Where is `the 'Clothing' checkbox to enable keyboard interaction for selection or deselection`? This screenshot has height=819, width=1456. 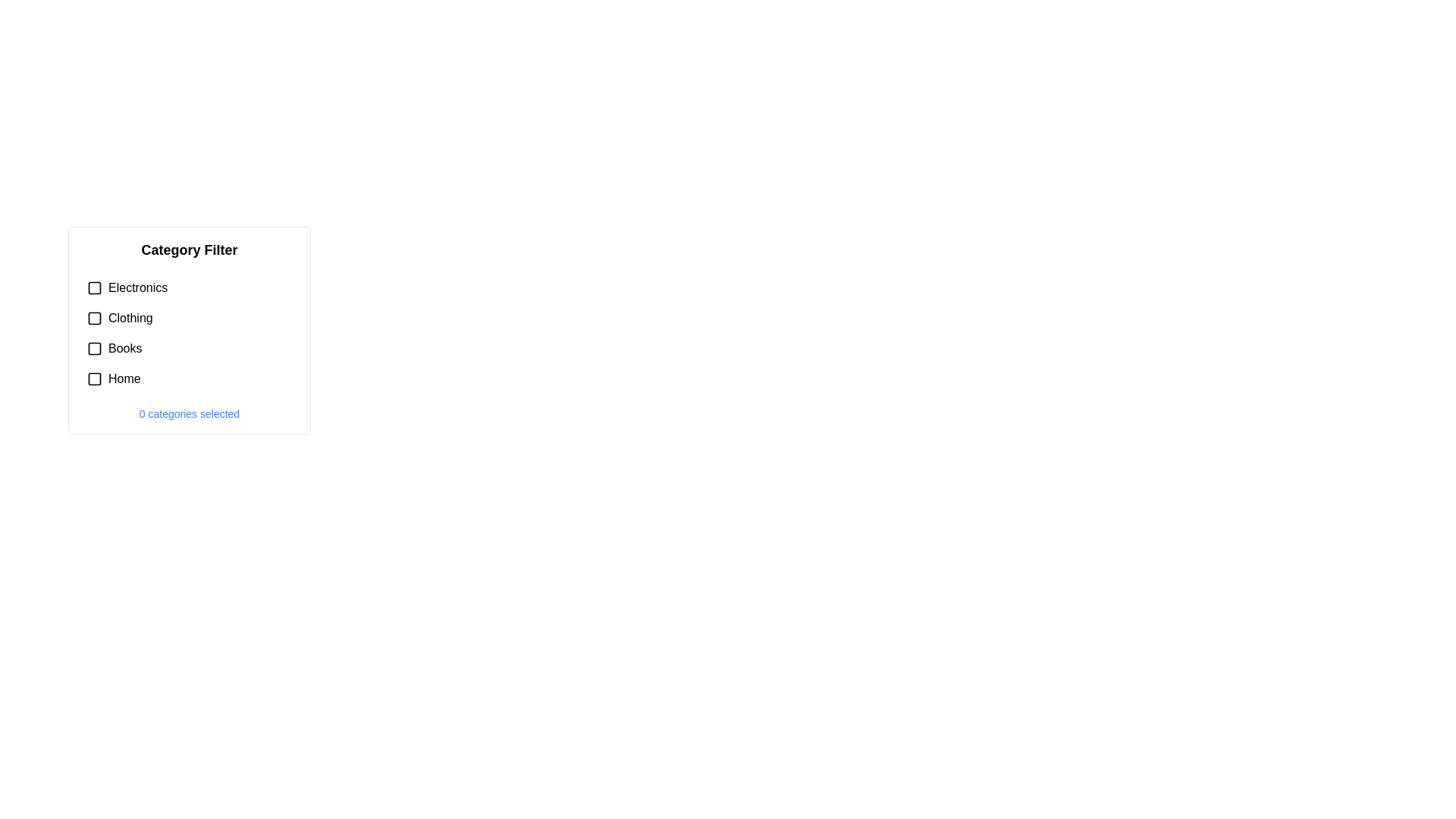 the 'Clothing' checkbox to enable keyboard interaction for selection or deselection is located at coordinates (93, 318).